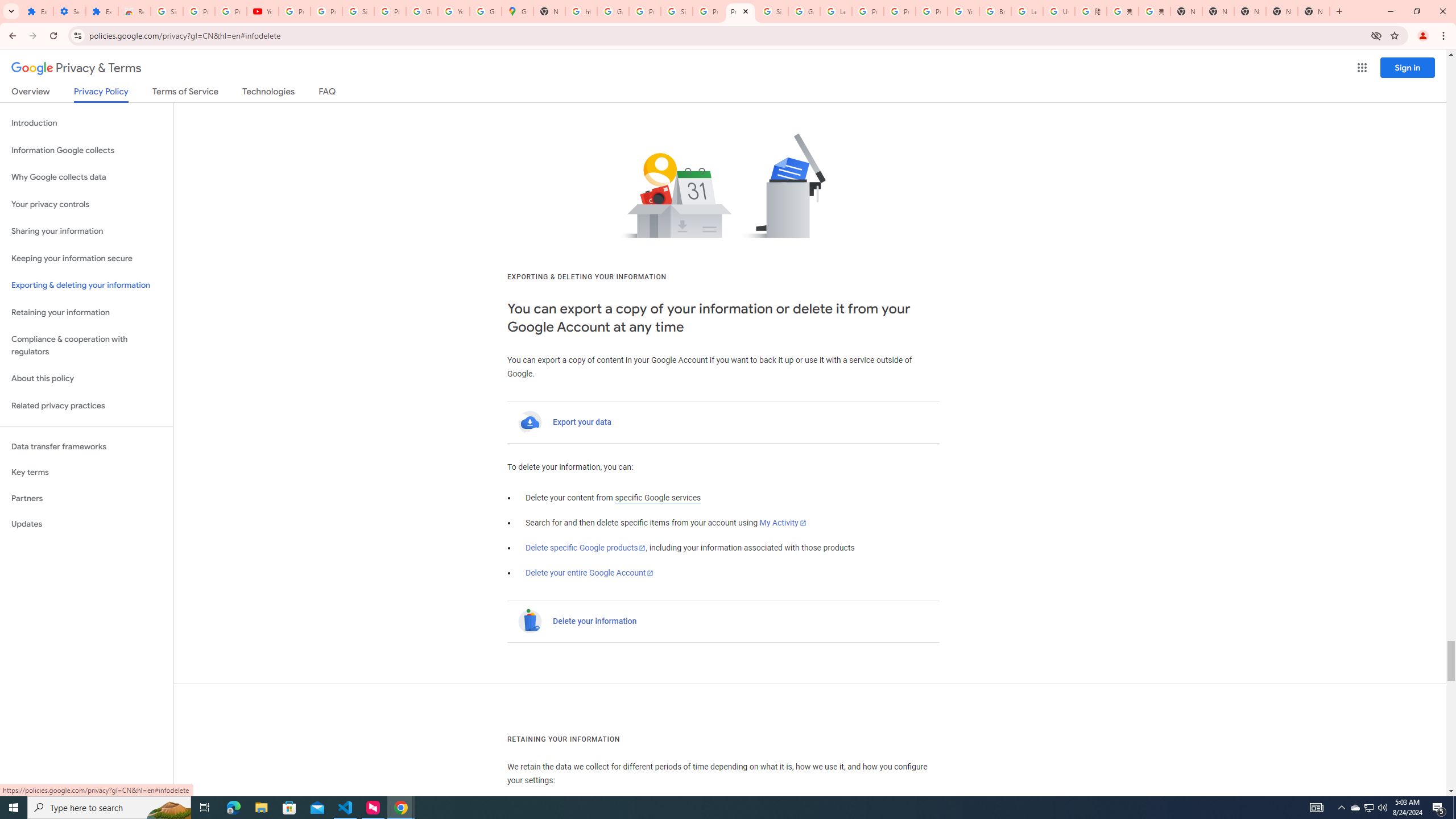 Image resolution: width=1456 pixels, height=819 pixels. I want to click on 'Delete specific Google products', so click(586, 548).